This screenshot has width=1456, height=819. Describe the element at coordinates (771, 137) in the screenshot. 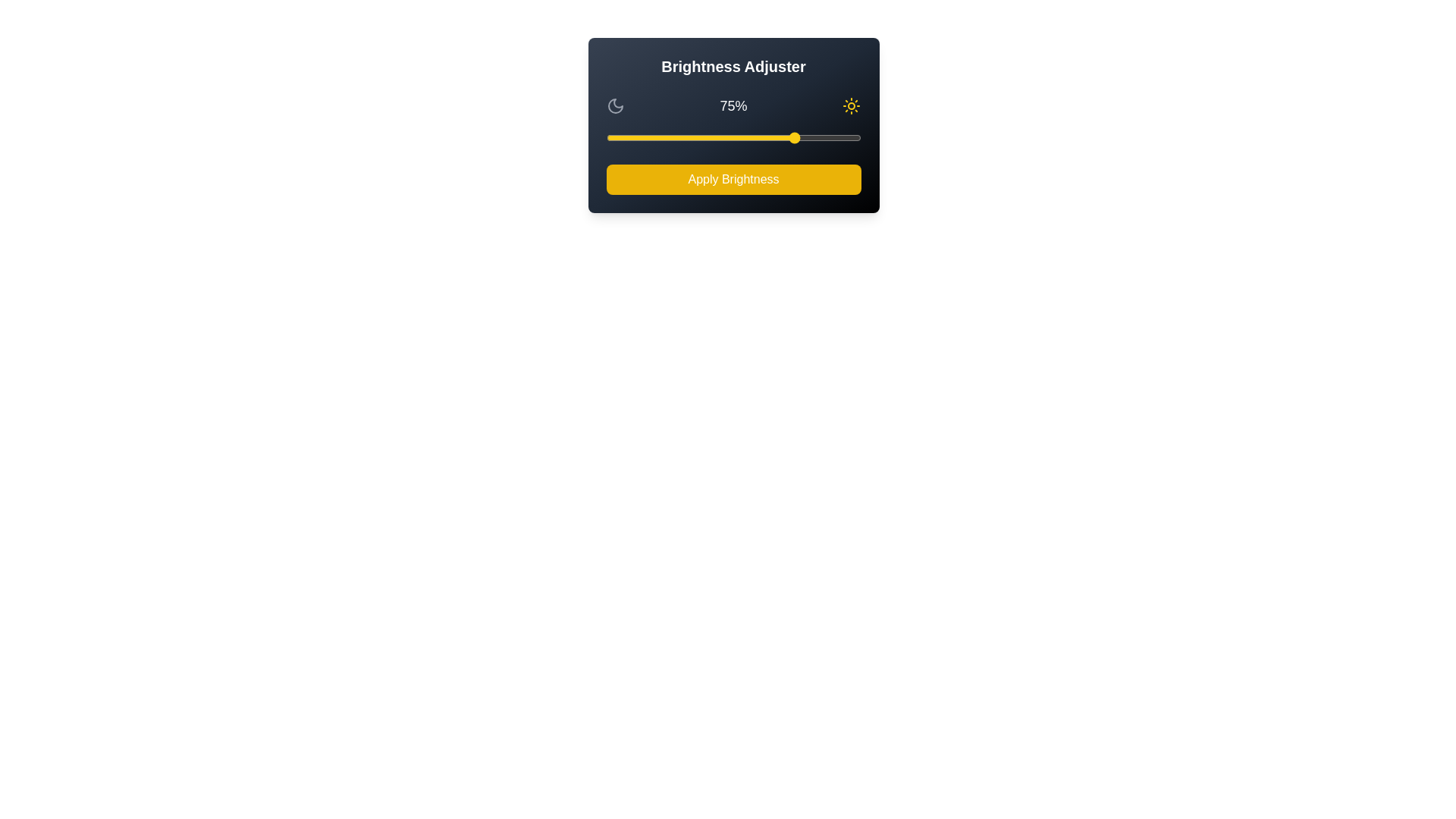

I see `the brightness slider to 65%` at that location.